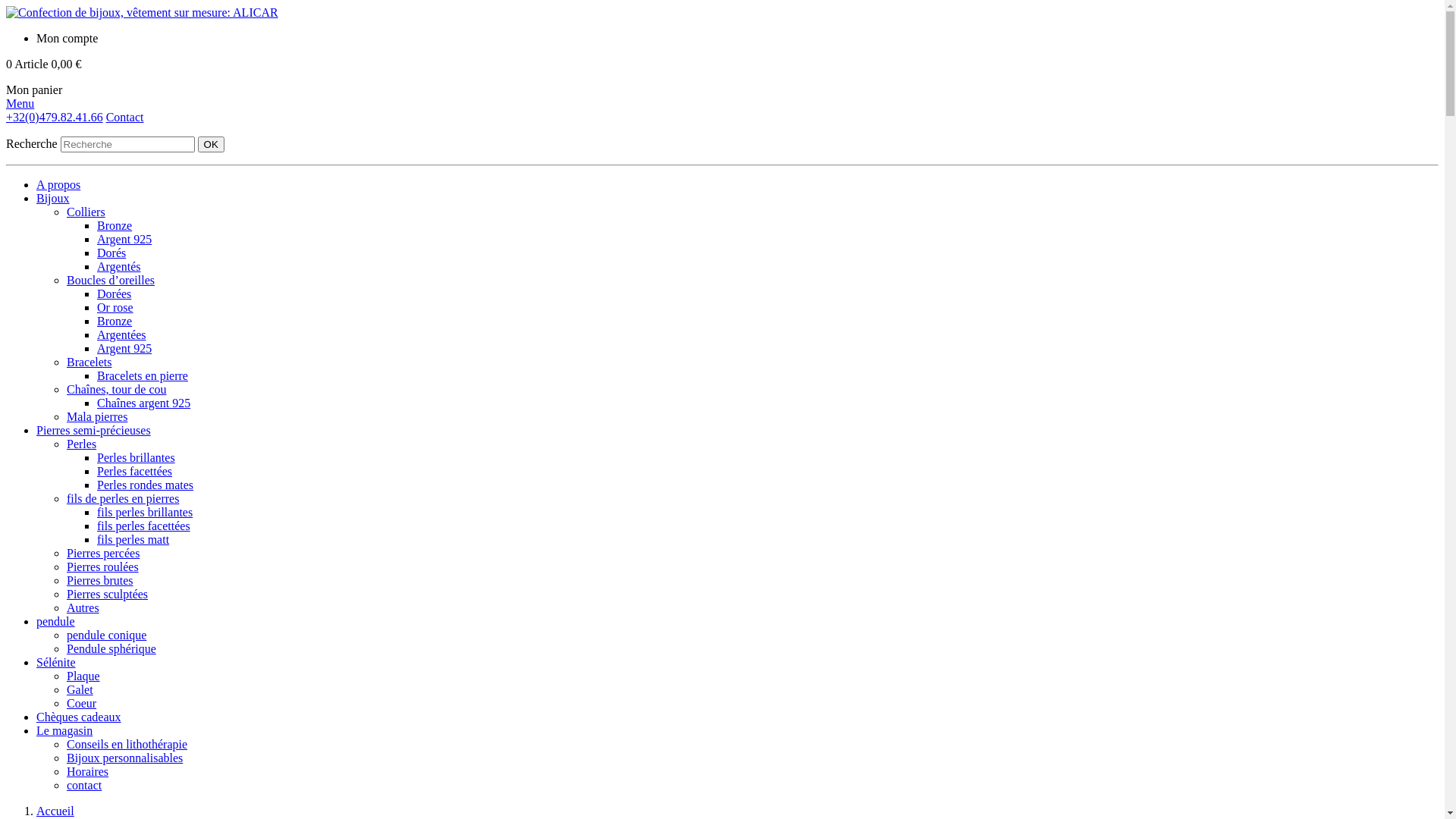 This screenshot has height=819, width=1456. What do you see at coordinates (55, 116) in the screenshot?
I see `'+32(0)479.82.41.66'` at bounding box center [55, 116].